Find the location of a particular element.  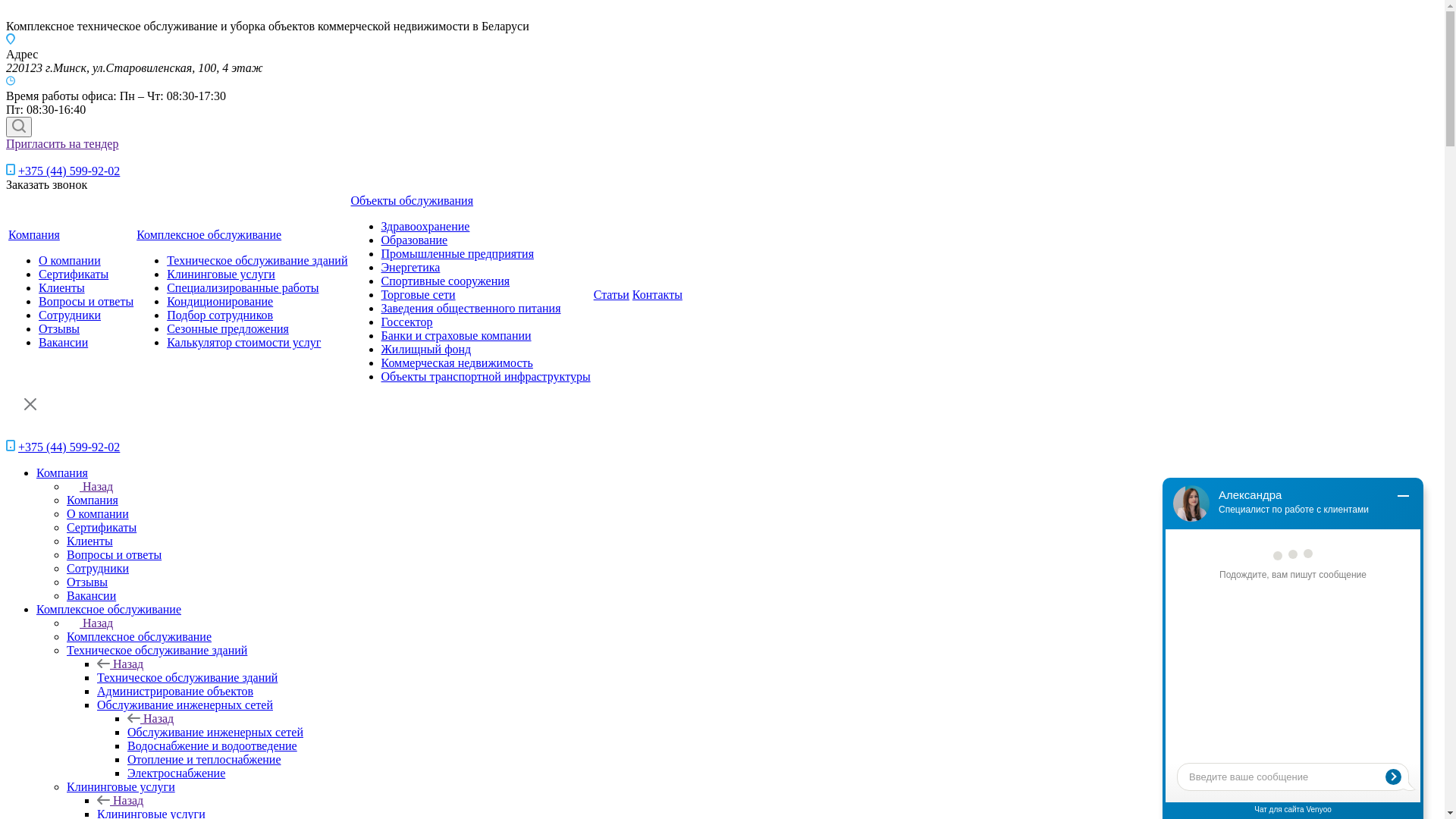

'+375 (44) 599-92-02' is located at coordinates (68, 171).